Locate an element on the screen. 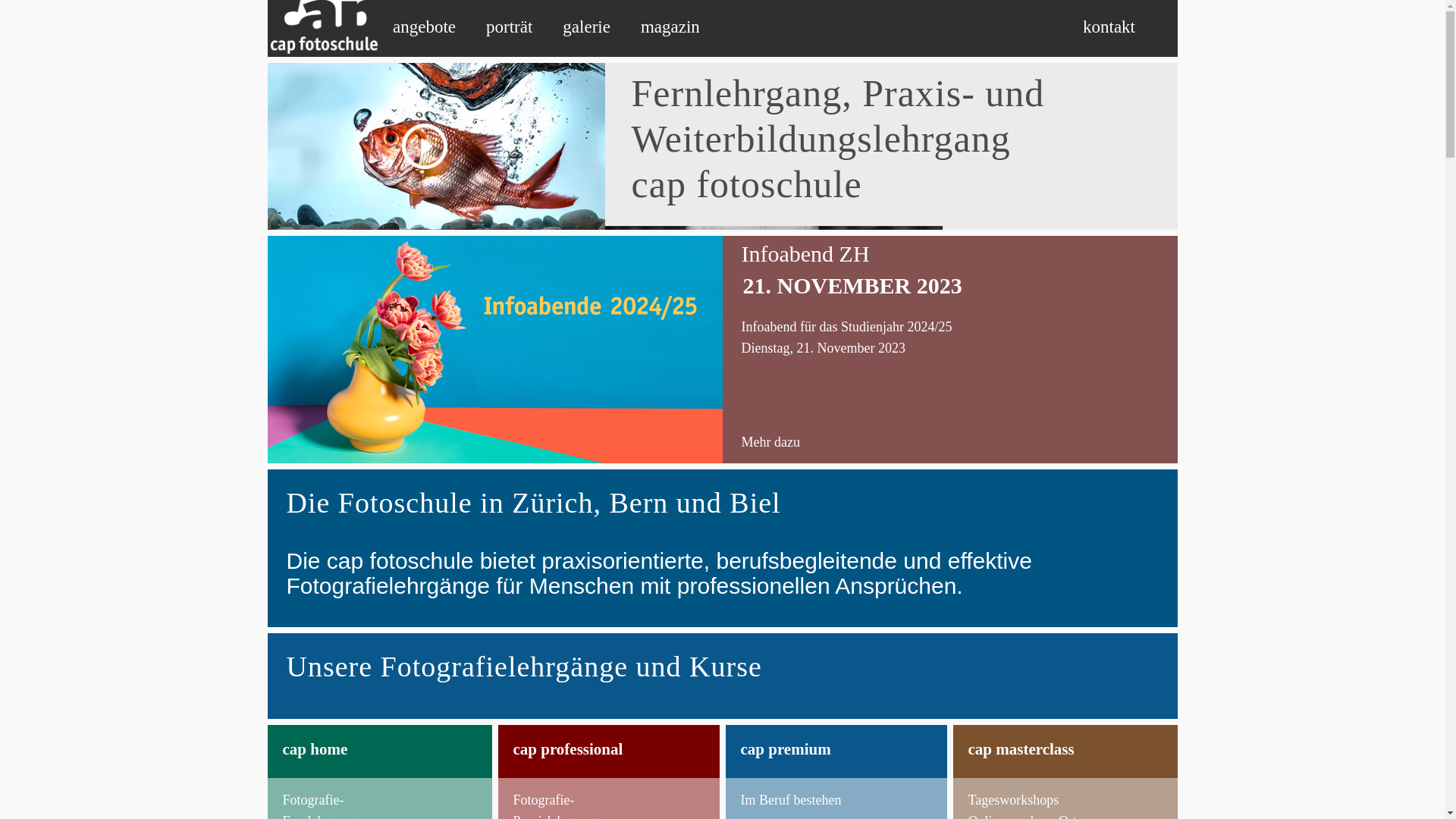 The width and height of the screenshot is (1456, 819). 'angebote' is located at coordinates (424, 27).